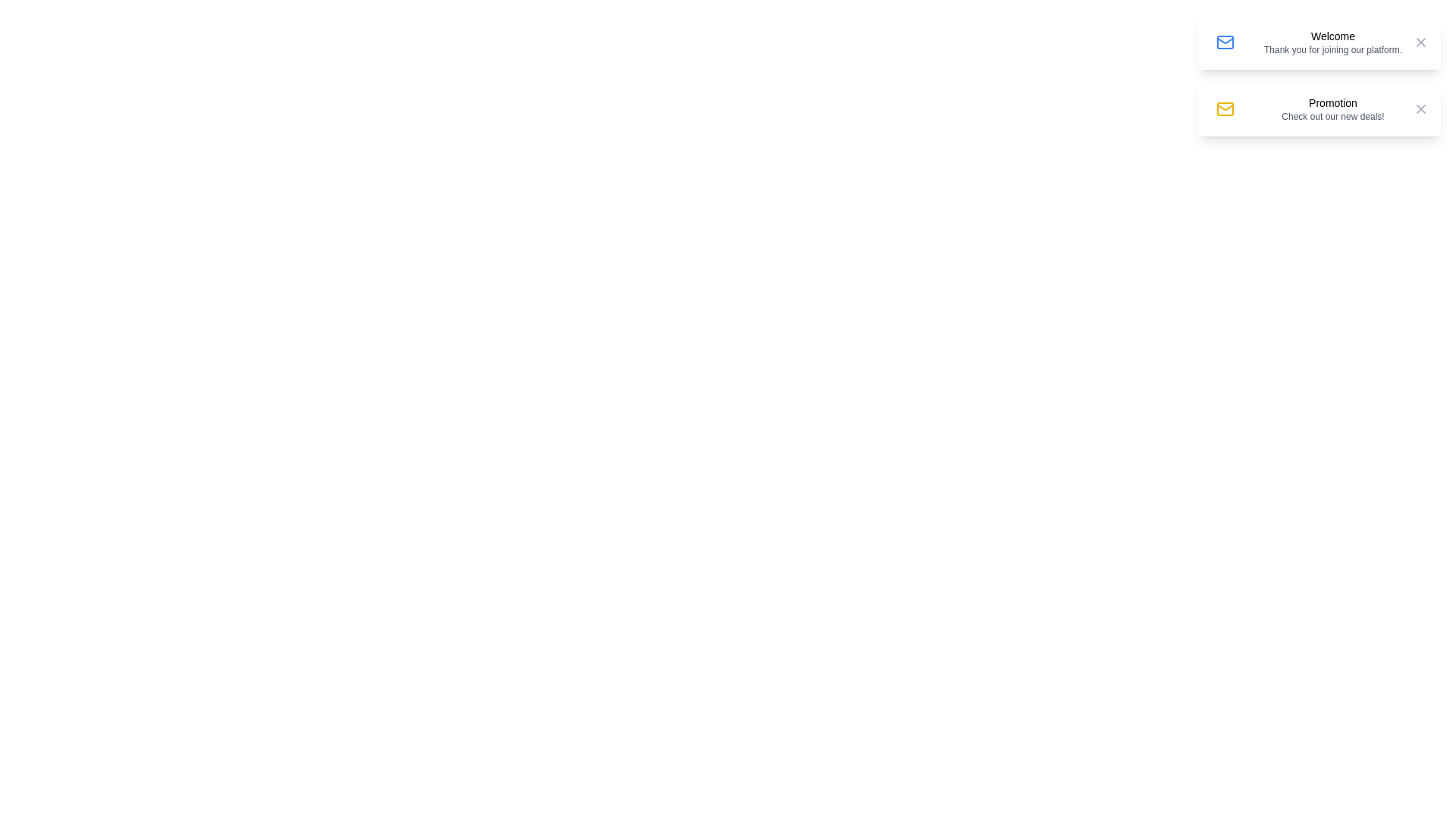  Describe the element at coordinates (1225, 42) in the screenshot. I see `the compact blue-colored mail icon featuring a simple envelope symbol, located at the top-left corner of the notification card` at that location.